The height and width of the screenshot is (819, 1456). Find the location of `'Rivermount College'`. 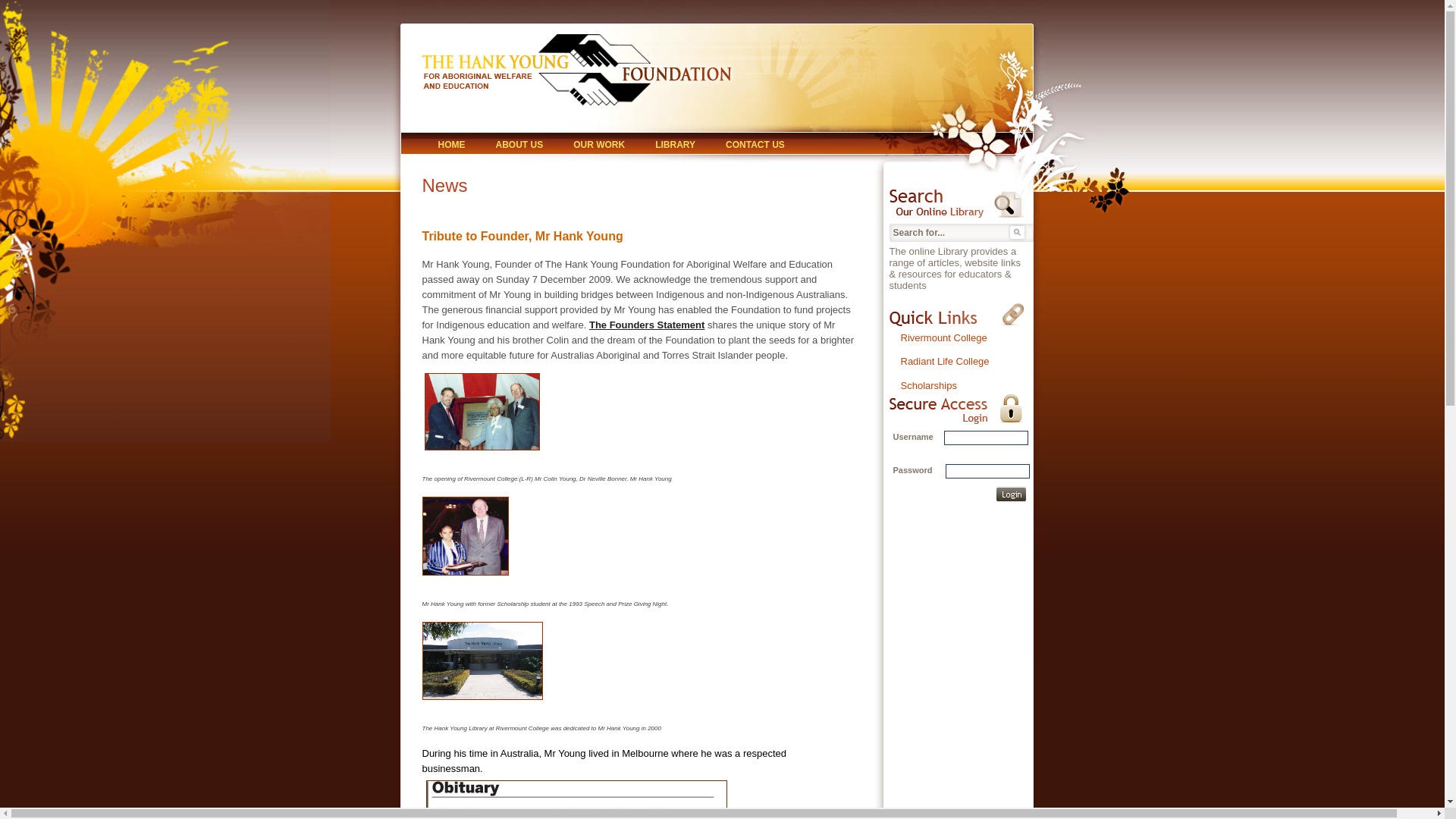

'Rivermount College' is located at coordinates (943, 337).